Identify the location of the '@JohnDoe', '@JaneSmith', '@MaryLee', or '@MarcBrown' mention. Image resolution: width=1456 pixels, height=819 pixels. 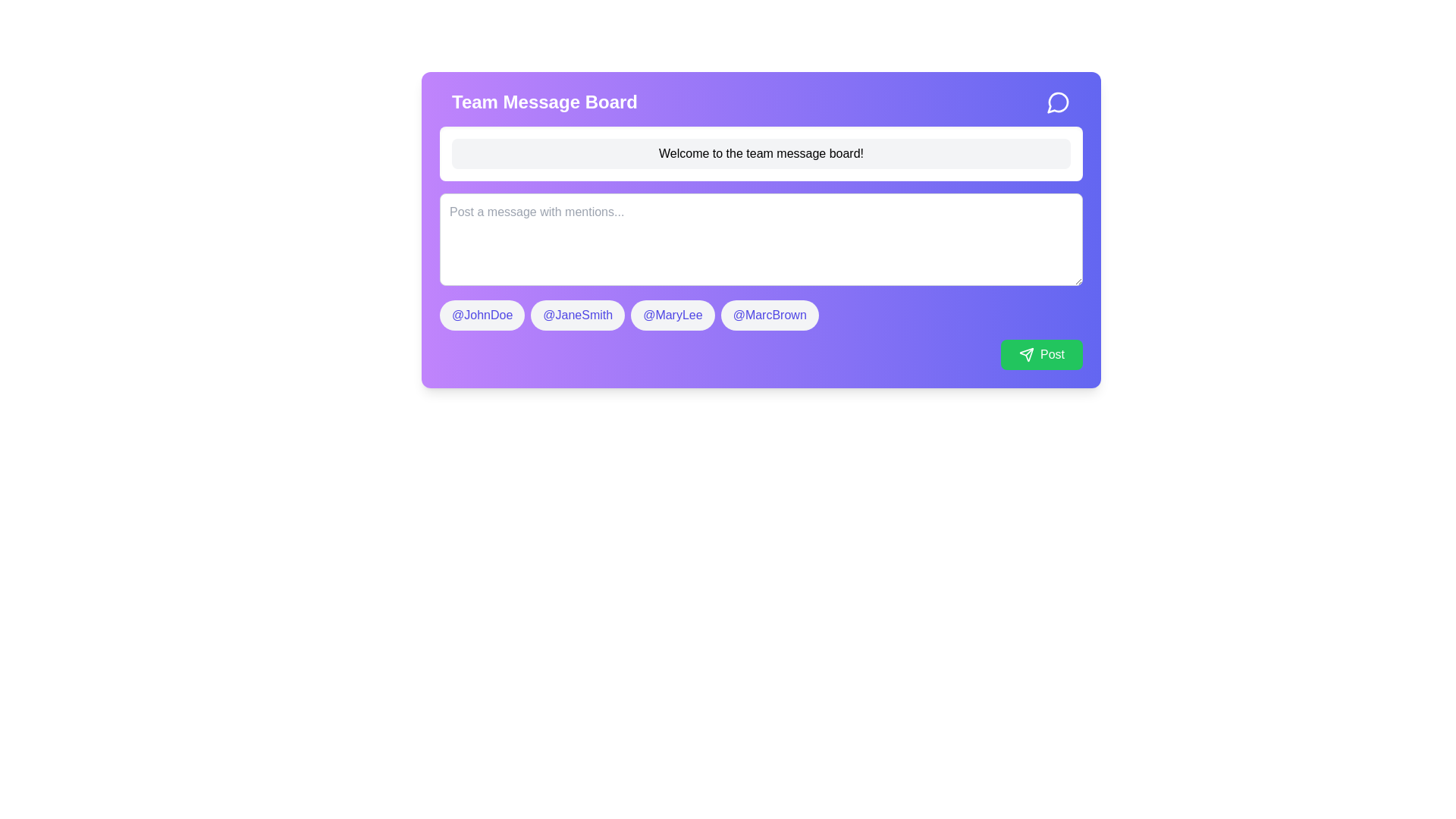
(761, 315).